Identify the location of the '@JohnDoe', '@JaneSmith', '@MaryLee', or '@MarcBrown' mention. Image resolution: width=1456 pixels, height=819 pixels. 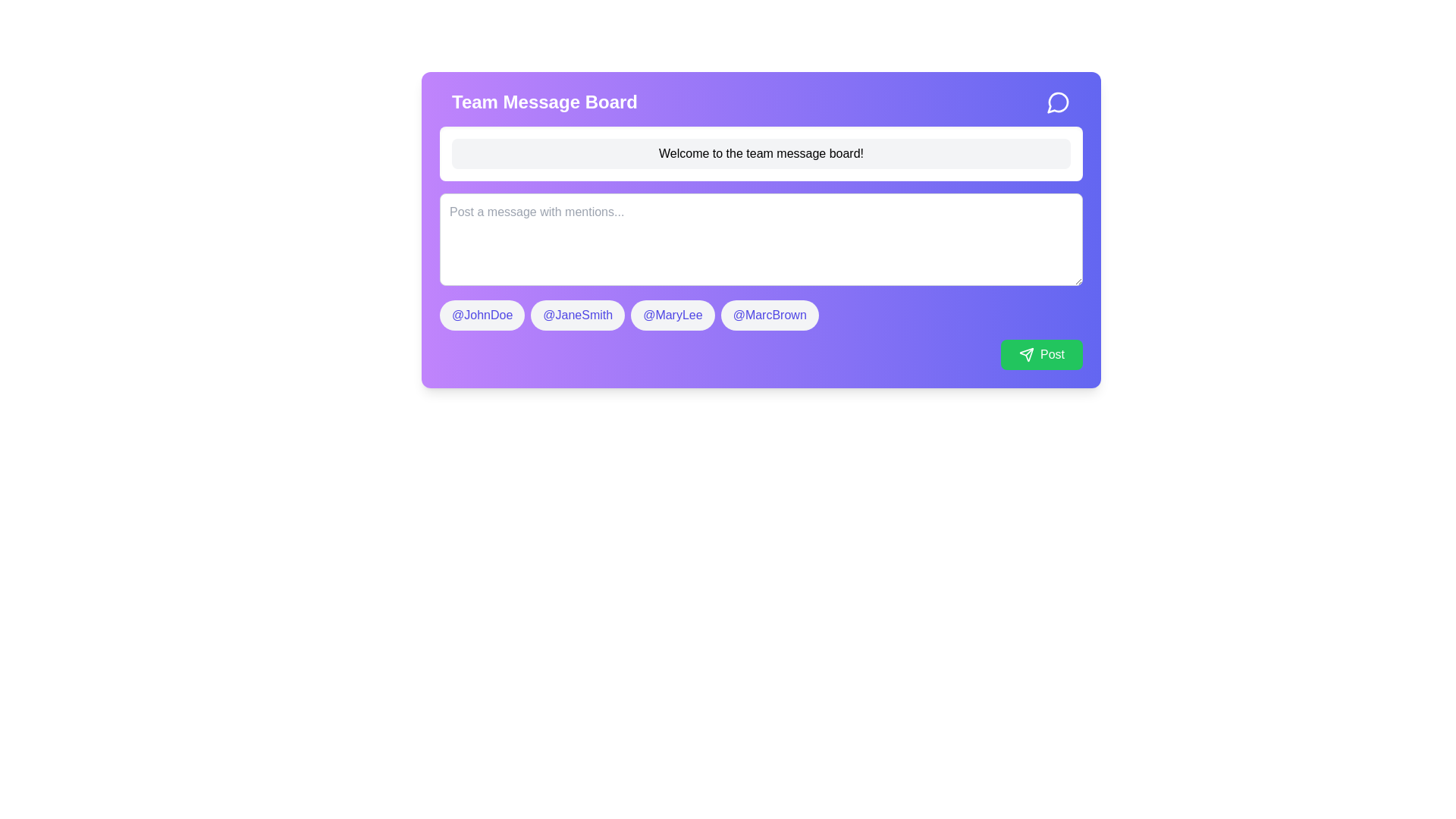
(761, 315).